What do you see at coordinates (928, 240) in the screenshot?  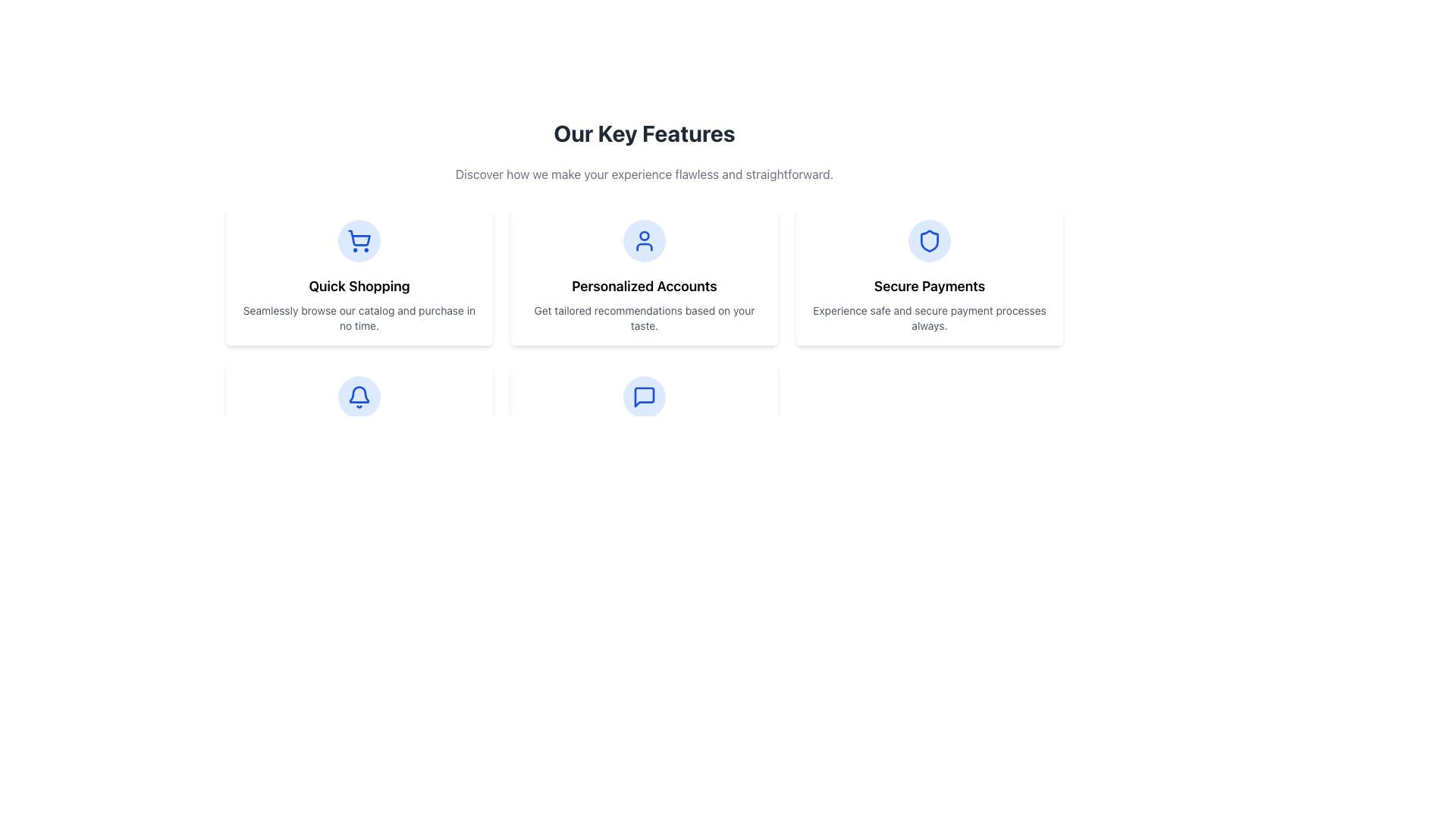 I see `the rounded button with a light blue background and a dark blue shield icon, located at the top-center of the 'Secure Payments' card` at bounding box center [928, 240].